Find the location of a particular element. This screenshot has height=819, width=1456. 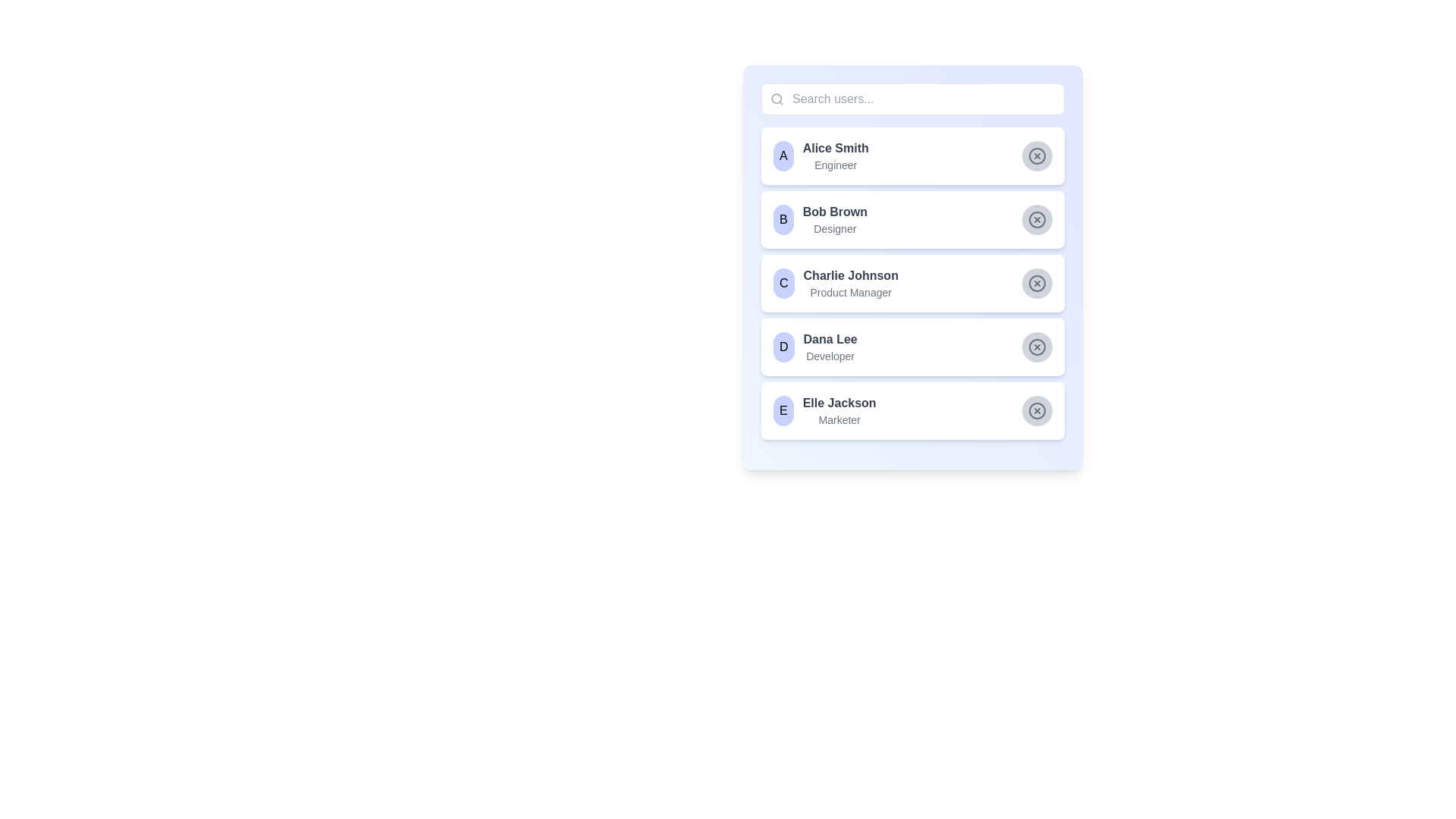

the label displaying 'Alice Smith' in bold dark gray font is located at coordinates (835, 149).